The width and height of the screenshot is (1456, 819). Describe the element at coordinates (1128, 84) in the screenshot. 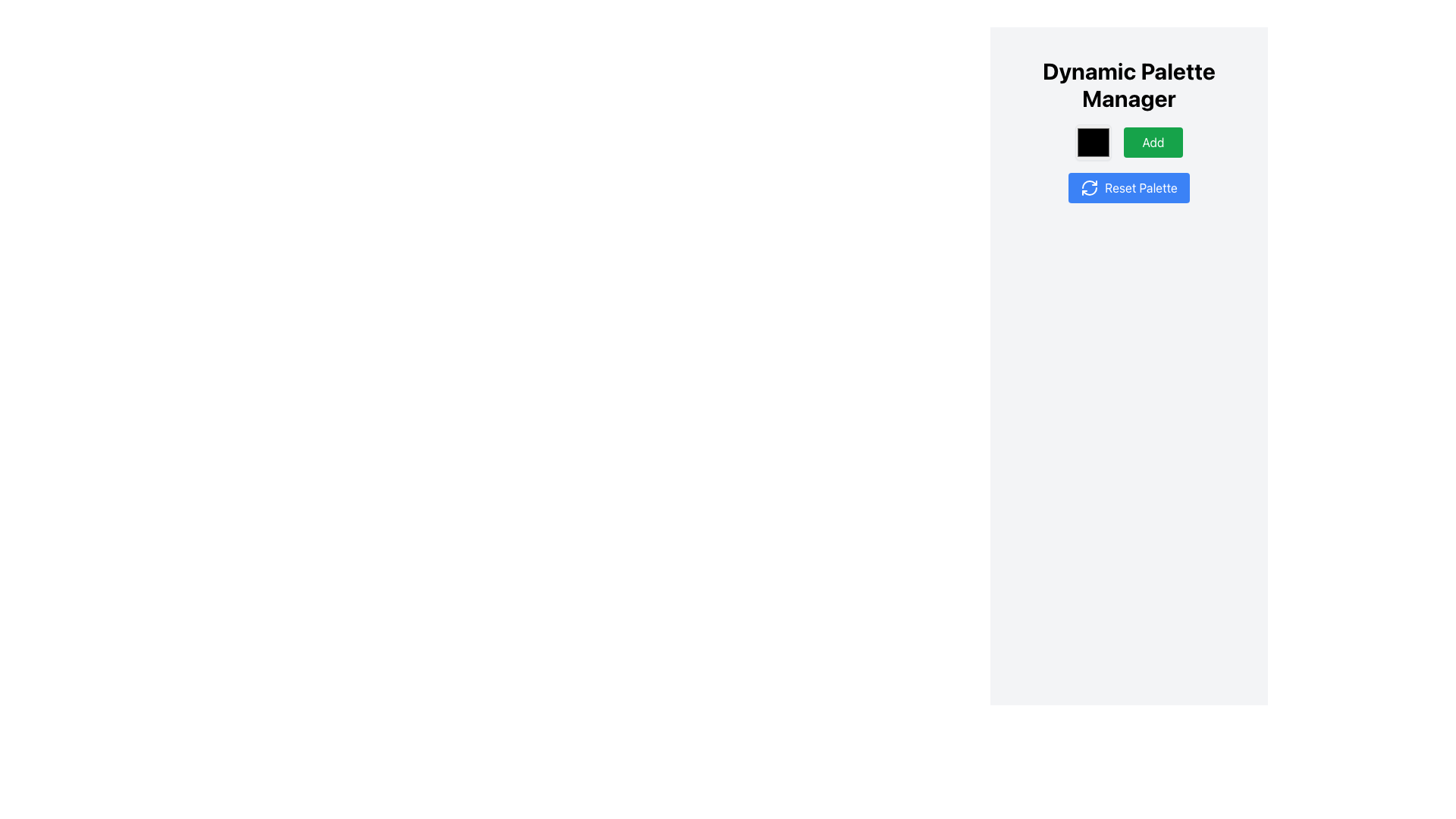

I see `the 'Dynamic Palette Manager' text label, which is a bold and large header aligned at the top of the interface, above the 'Add' and 'Reset Palette' buttons` at that location.